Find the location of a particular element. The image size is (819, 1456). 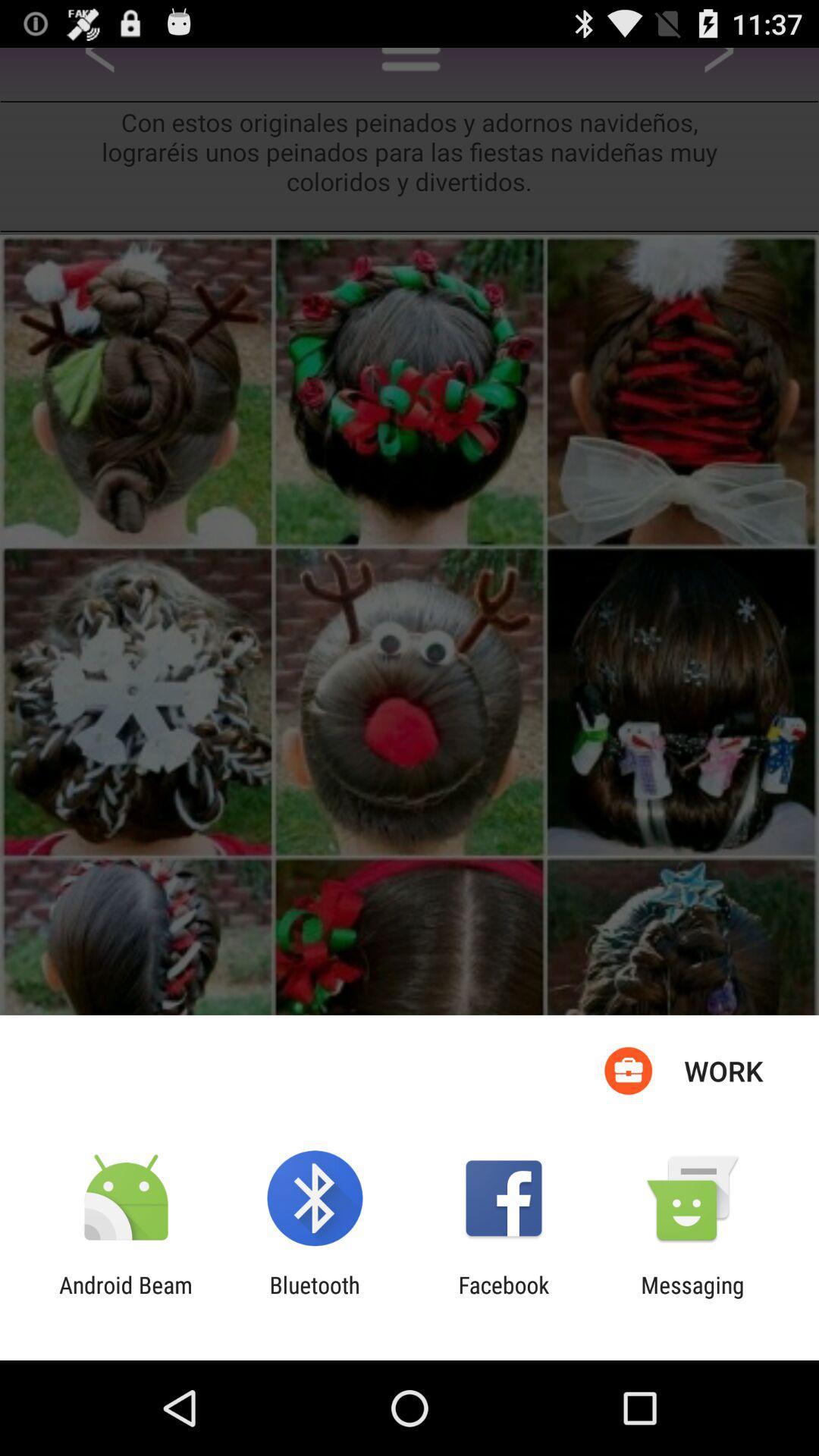

the app next to facebook is located at coordinates (692, 1298).